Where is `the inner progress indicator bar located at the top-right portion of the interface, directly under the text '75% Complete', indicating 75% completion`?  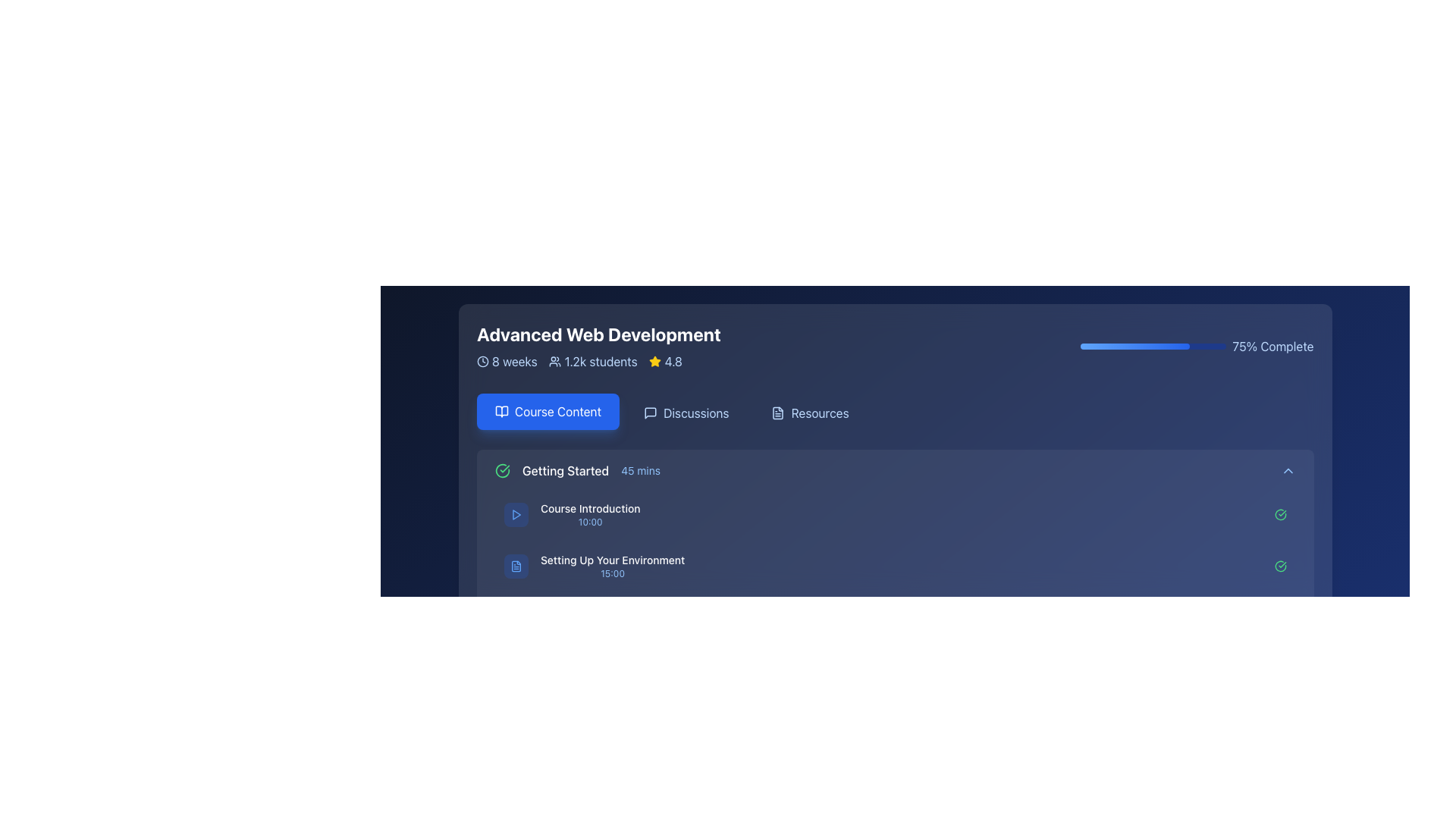
the inner progress indicator bar located at the top-right portion of the interface, directly under the text '75% Complete', indicating 75% completion is located at coordinates (1135, 346).